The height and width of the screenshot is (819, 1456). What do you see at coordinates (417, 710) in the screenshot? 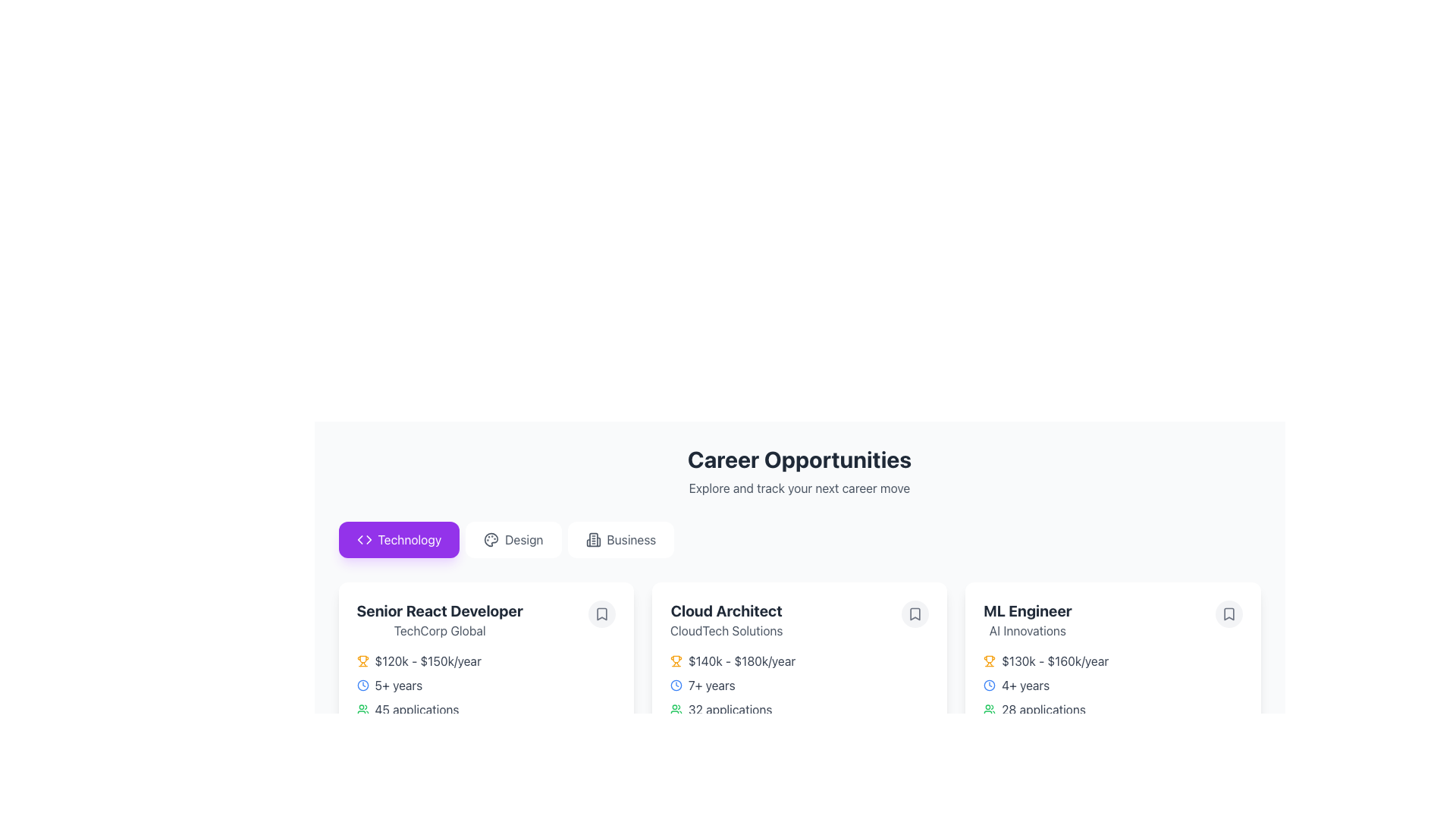
I see `displayed text from the text label that indicates the number of applications submitted for the job 'Senior React Developer', which is centrally positioned under the '5+ years' line` at bounding box center [417, 710].